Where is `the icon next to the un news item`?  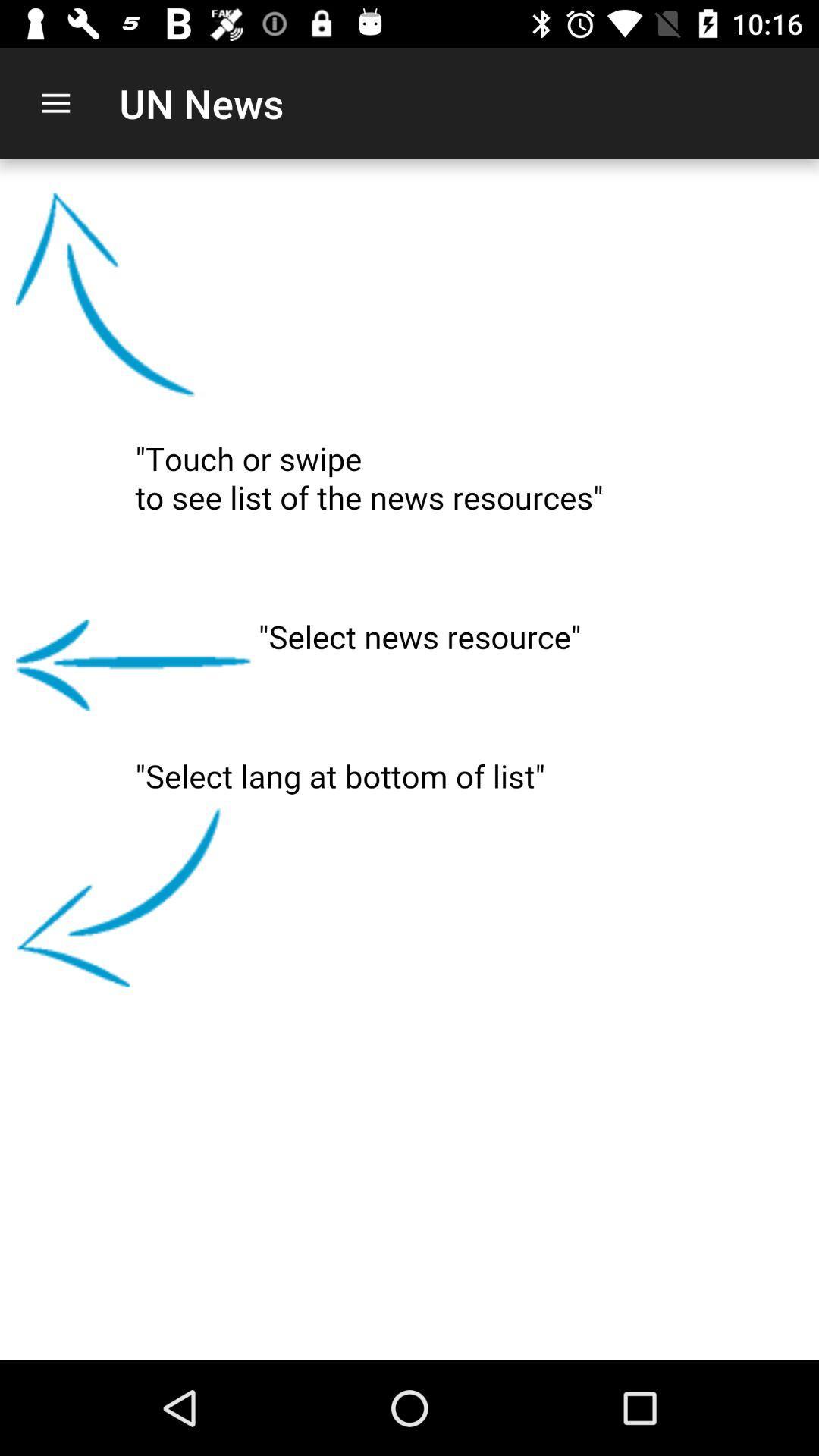 the icon next to the un news item is located at coordinates (55, 102).